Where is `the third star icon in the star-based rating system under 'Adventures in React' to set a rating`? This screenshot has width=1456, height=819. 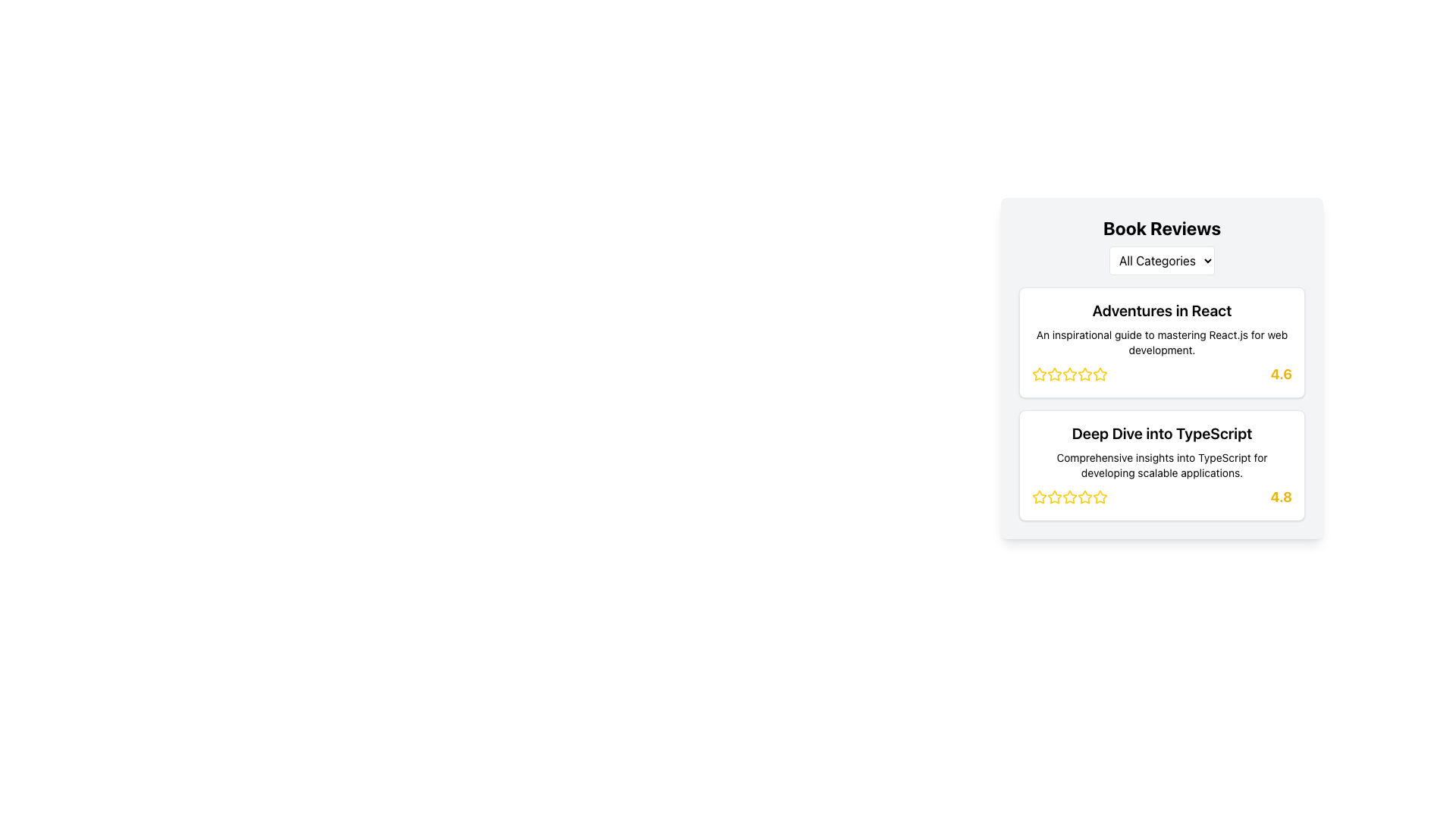 the third star icon in the star-based rating system under 'Adventures in React' to set a rating is located at coordinates (1084, 374).